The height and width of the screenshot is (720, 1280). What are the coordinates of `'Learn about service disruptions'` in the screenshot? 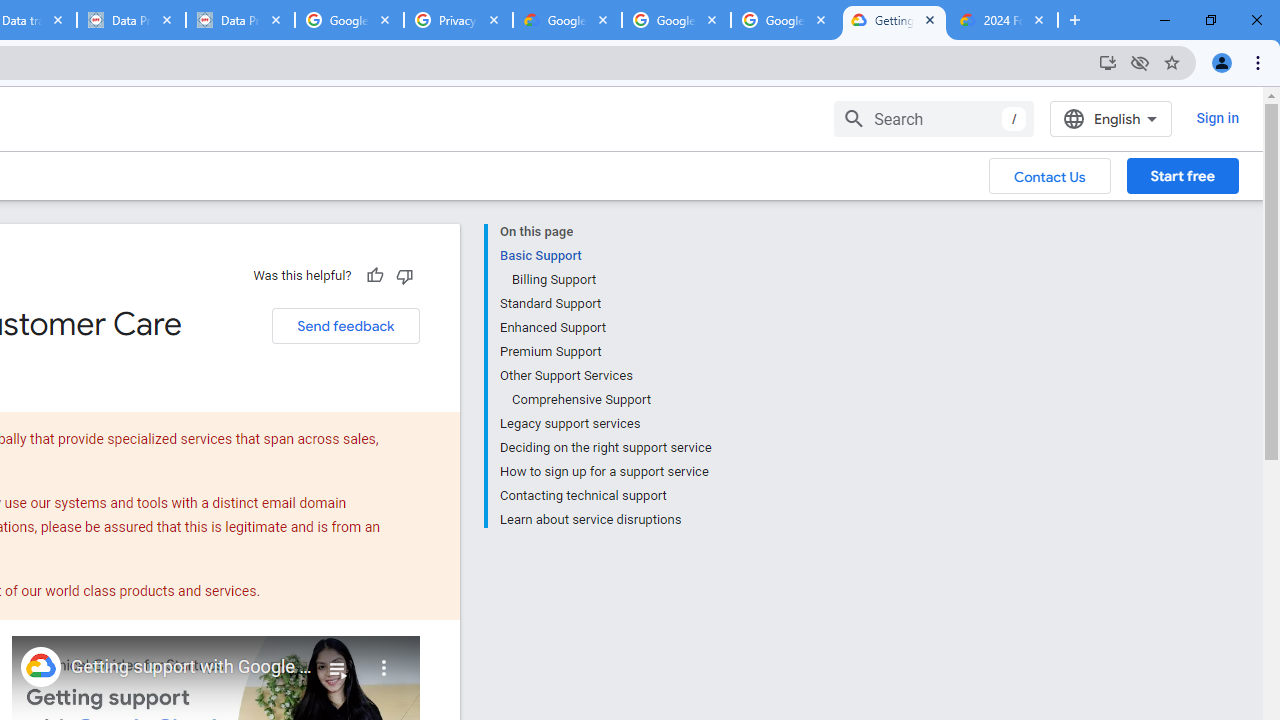 It's located at (604, 517).